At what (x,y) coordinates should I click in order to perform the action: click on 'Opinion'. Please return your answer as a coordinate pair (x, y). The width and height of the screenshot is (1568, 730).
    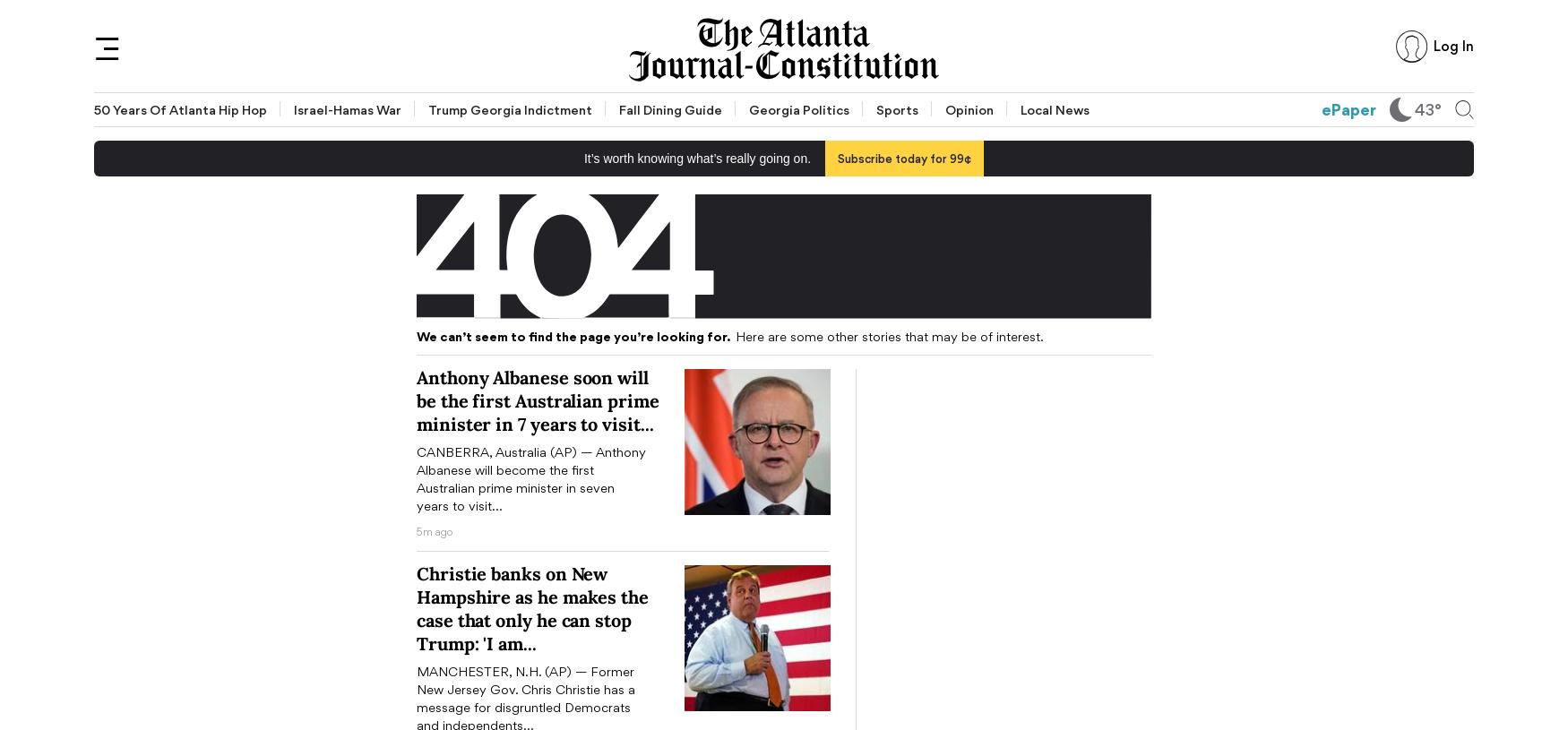
    Looking at the image, I should click on (969, 108).